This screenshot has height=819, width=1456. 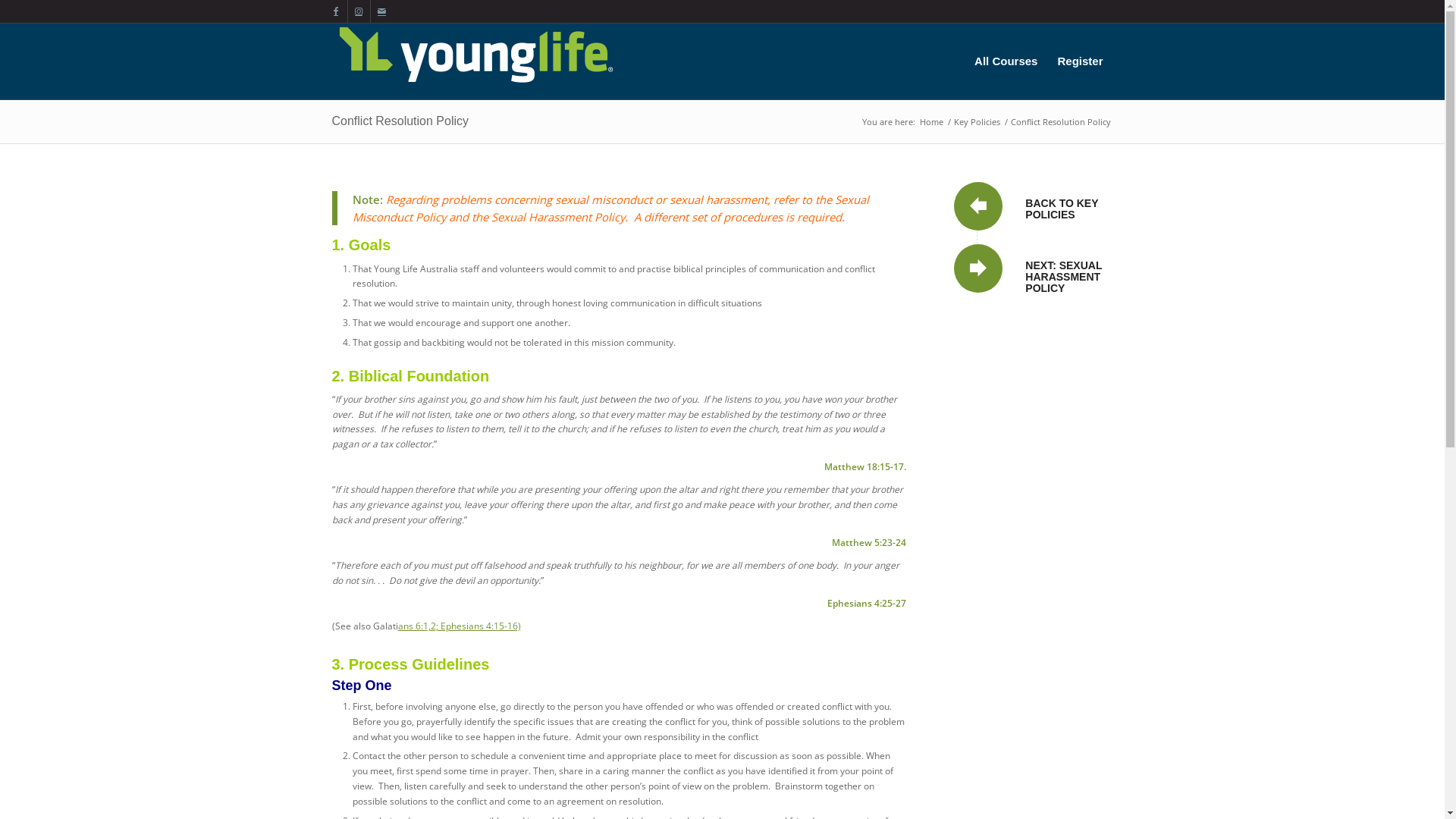 I want to click on 'Facebook', so click(x=334, y=11).